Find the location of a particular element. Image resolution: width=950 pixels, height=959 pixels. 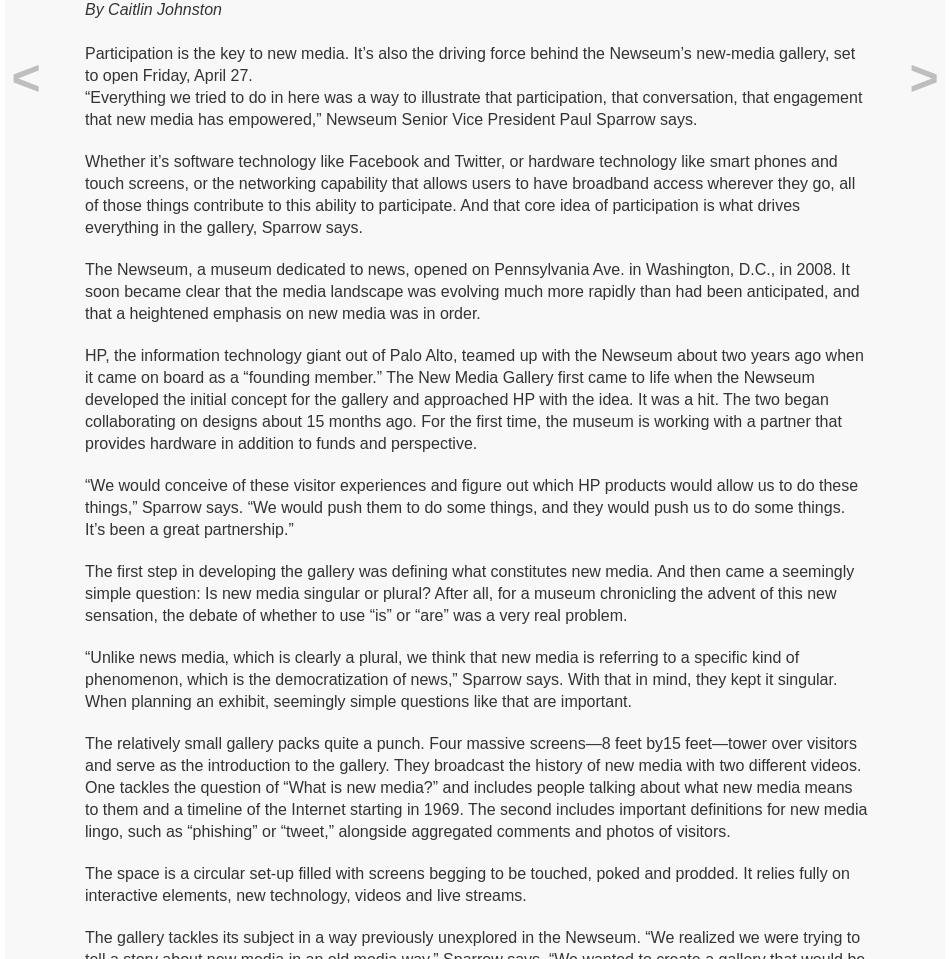

'“Unlike news media, which is clearly a plural, we think that new media is referring to a specific kind of phenomenon, which is the democratization of news,” Sparrow says. With that in mind, they kept it singular. When planning an exhibit, seemingly simple questions like that are important.' is located at coordinates (85, 678).